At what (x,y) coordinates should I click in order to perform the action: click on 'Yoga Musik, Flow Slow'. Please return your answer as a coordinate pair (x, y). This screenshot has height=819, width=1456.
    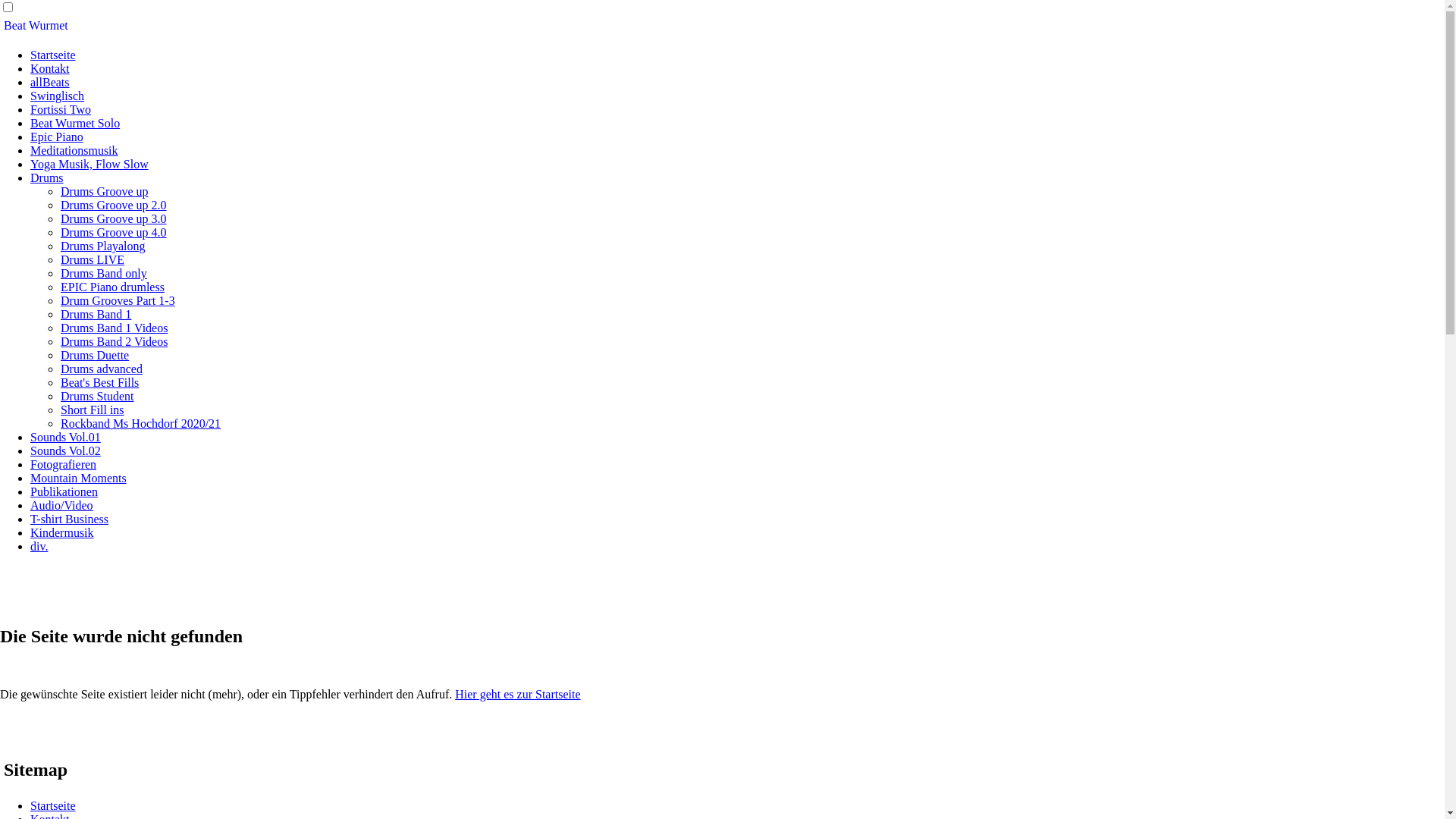
    Looking at the image, I should click on (89, 164).